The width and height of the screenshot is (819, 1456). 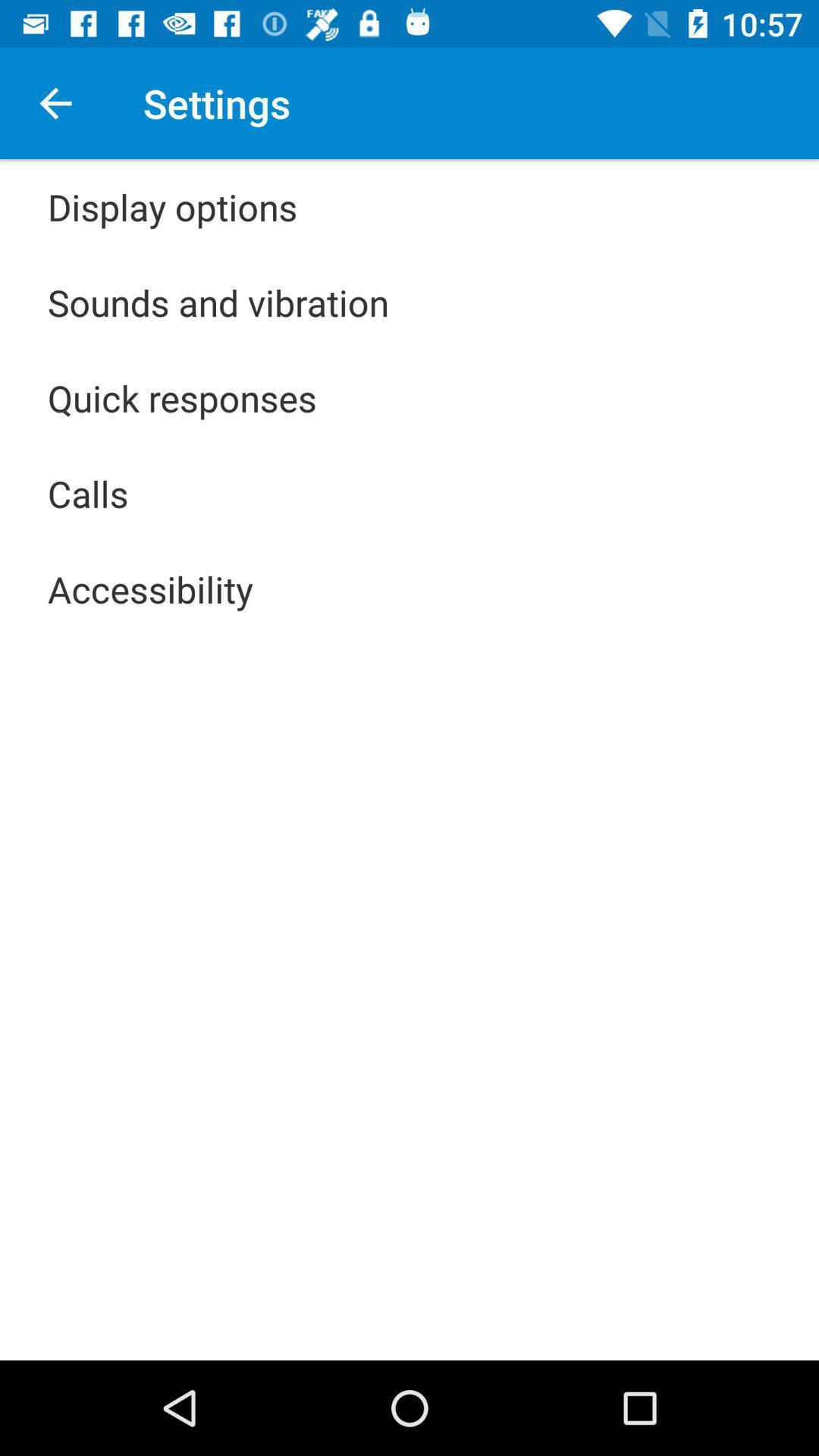 I want to click on sounds and vibration icon, so click(x=218, y=302).